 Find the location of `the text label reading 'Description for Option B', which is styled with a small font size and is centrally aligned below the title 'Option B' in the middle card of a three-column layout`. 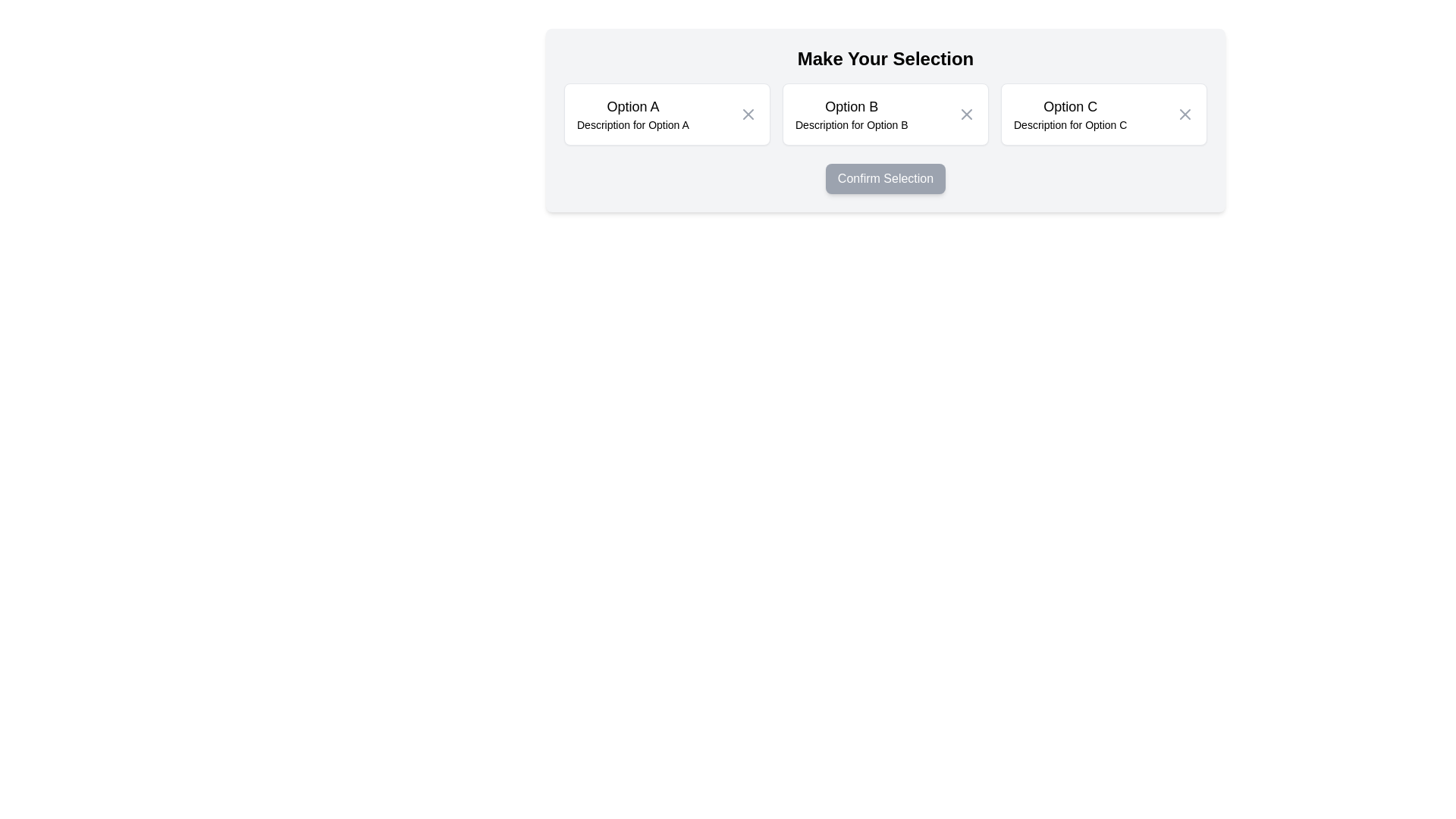

the text label reading 'Description for Option B', which is styled with a small font size and is centrally aligned below the title 'Option B' in the middle card of a three-column layout is located at coordinates (852, 124).